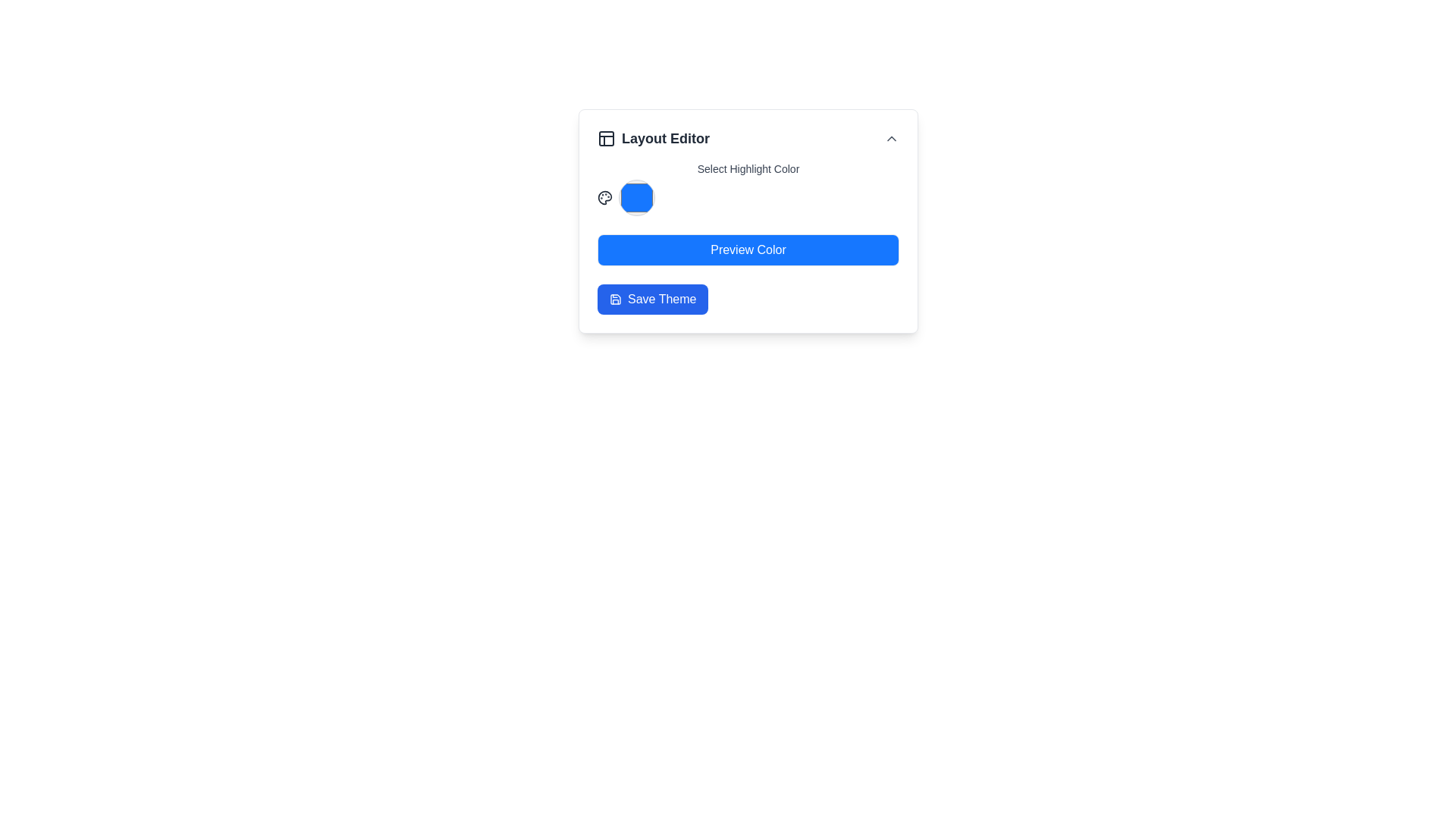 Image resolution: width=1456 pixels, height=819 pixels. I want to click on the static informational block with a blue background and rounded corners displaying 'Preview Color', so click(748, 249).